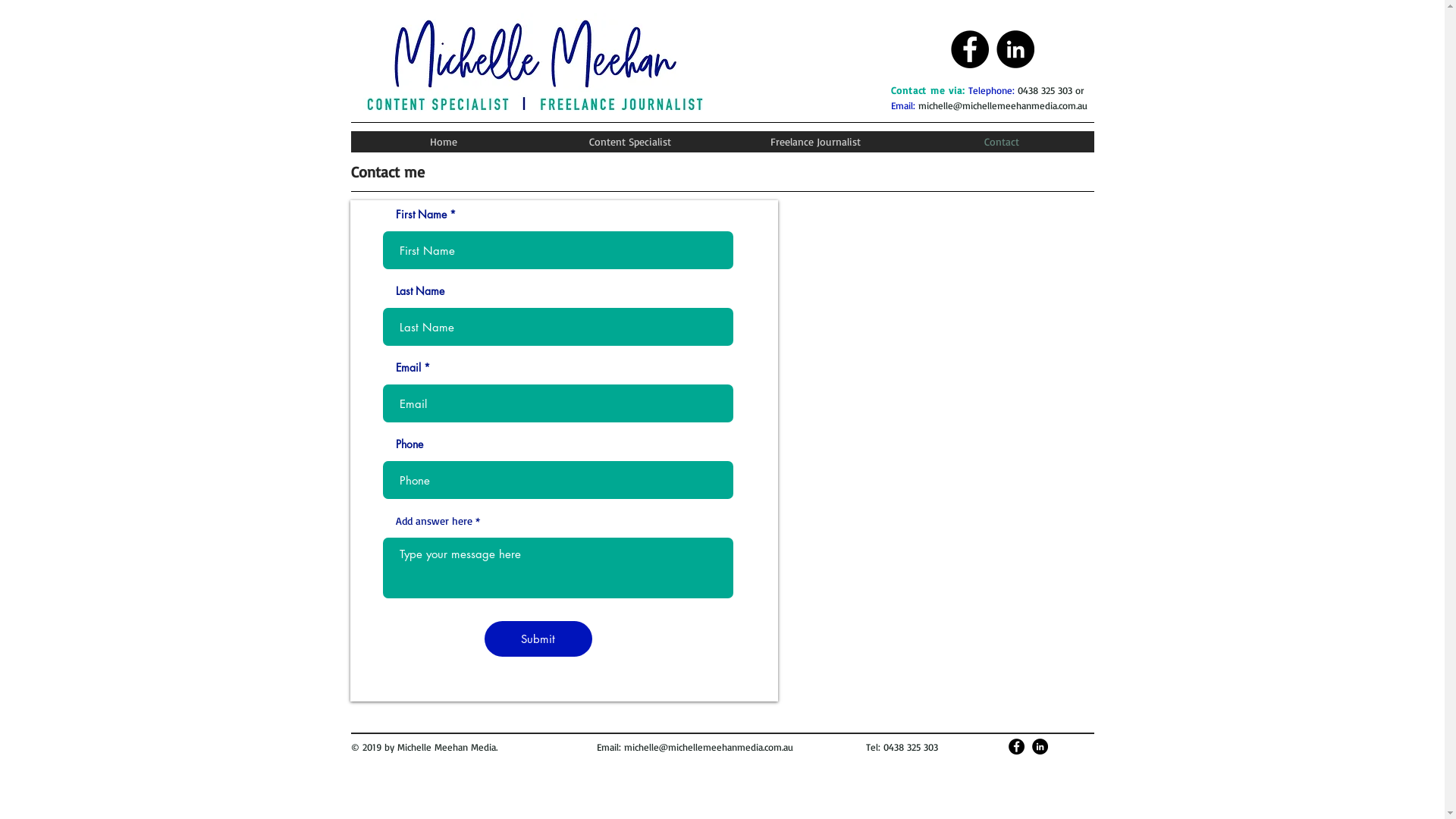 Image resolution: width=1456 pixels, height=819 pixels. Describe the element at coordinates (814, 141) in the screenshot. I see `'Freelance Journalist'` at that location.